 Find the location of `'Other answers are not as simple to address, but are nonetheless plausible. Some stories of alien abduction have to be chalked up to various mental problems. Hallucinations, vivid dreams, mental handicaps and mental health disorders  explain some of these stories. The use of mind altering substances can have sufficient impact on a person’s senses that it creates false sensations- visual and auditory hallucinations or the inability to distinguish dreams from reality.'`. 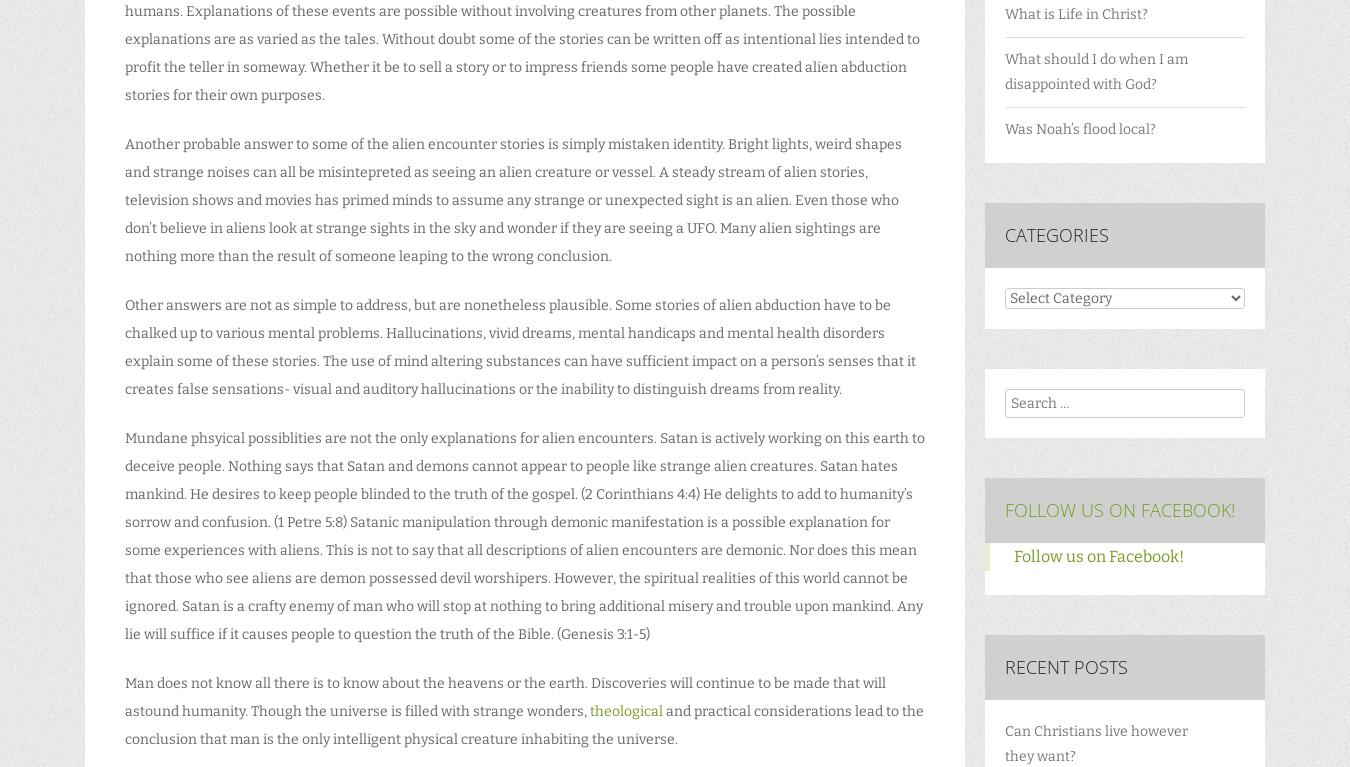

'Other answers are not as simple to address, but are nonetheless plausible. Some stories of alien abduction have to be chalked up to various mental problems. Hallucinations, vivid dreams, mental handicaps and mental health disorders  explain some of these stories. The use of mind altering substances can have sufficient impact on a person’s senses that it creates false sensations- visual and auditory hallucinations or the inability to distinguish dreams from reality.' is located at coordinates (125, 347).